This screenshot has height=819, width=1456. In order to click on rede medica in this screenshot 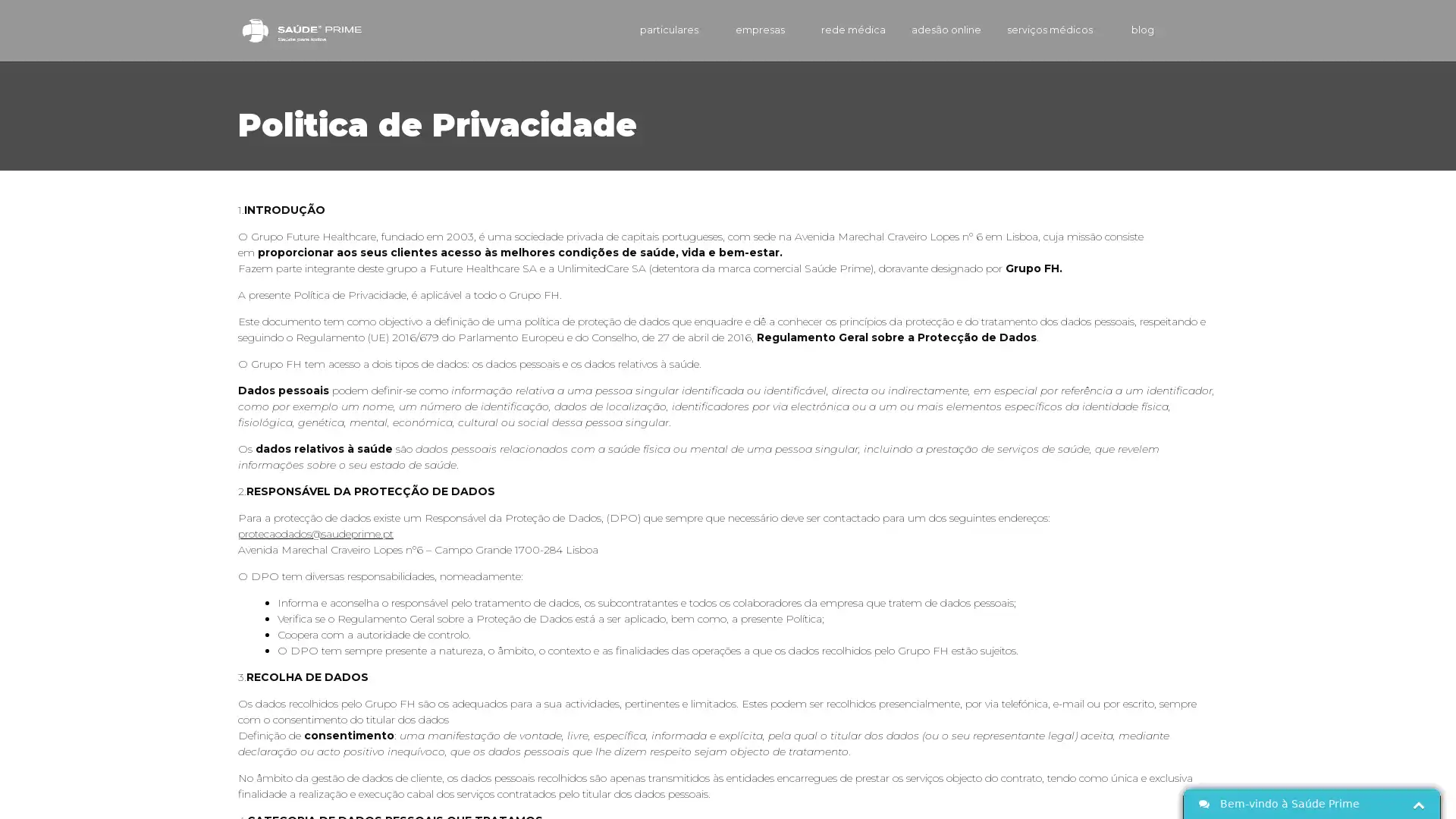, I will do `click(830, 30)`.